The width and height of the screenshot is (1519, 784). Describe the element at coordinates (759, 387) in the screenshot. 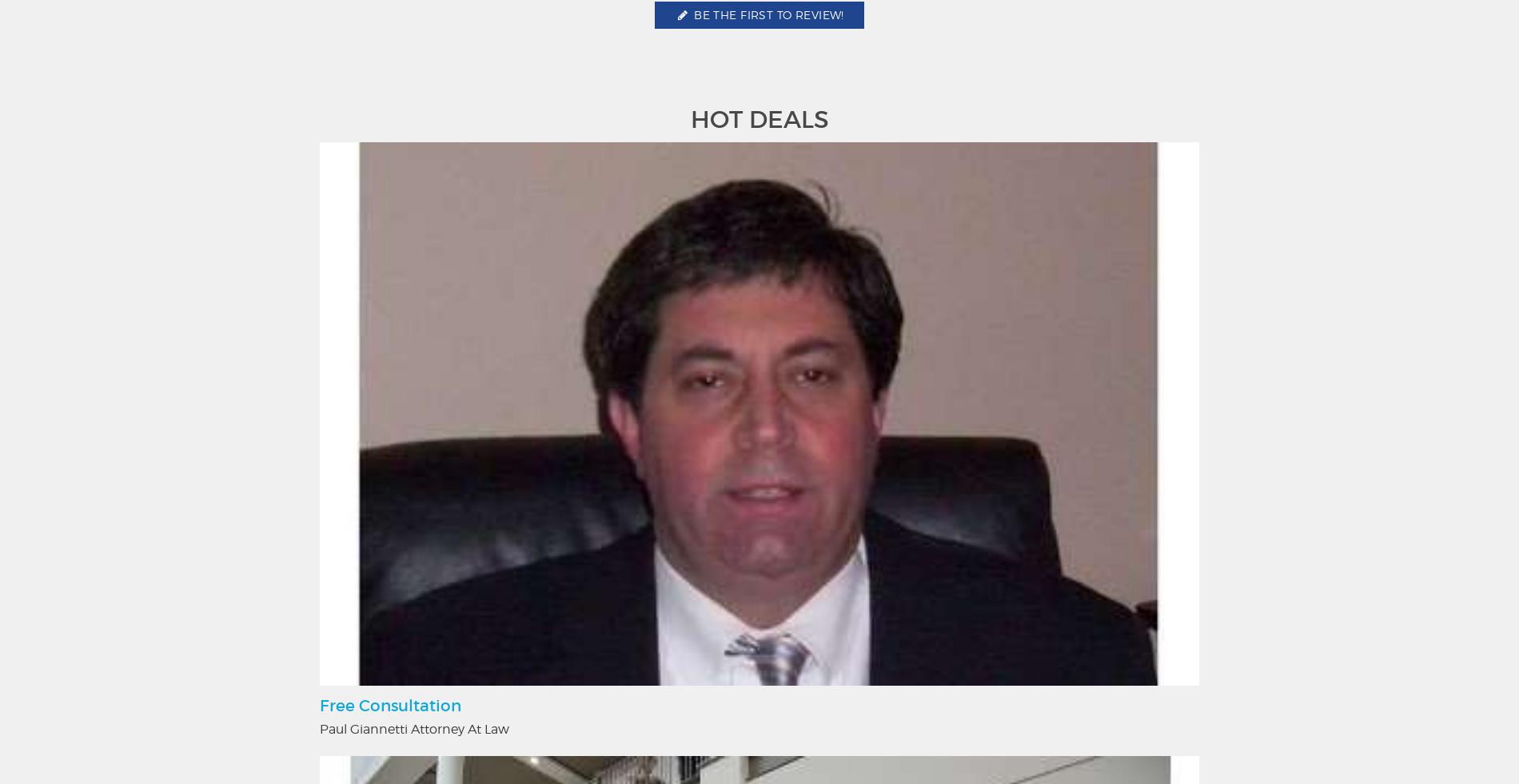

I see `'Follow, like and subscribe to albany.com on social media'` at that location.